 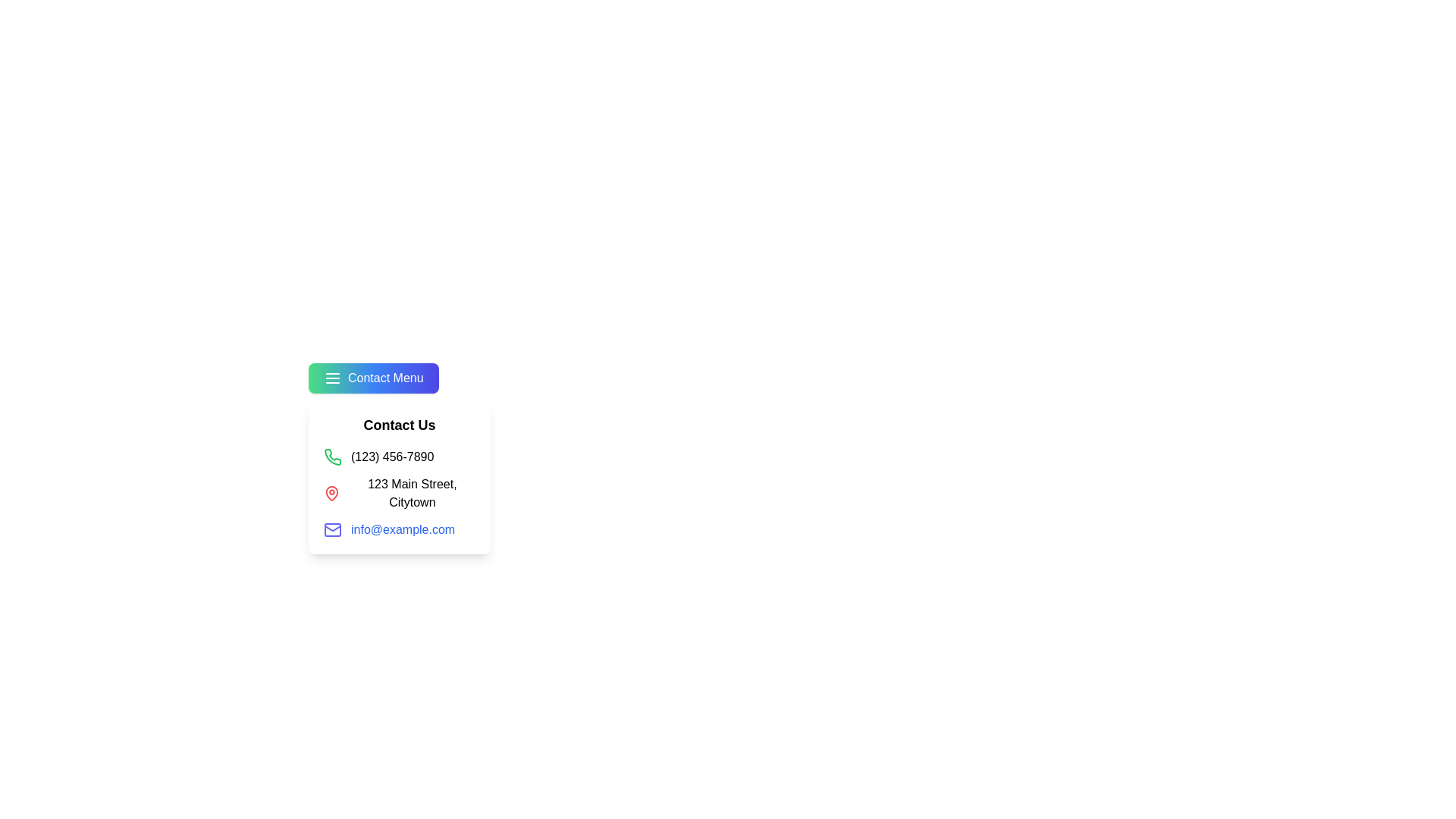 I want to click on the email link to open the mail client, so click(x=403, y=529).